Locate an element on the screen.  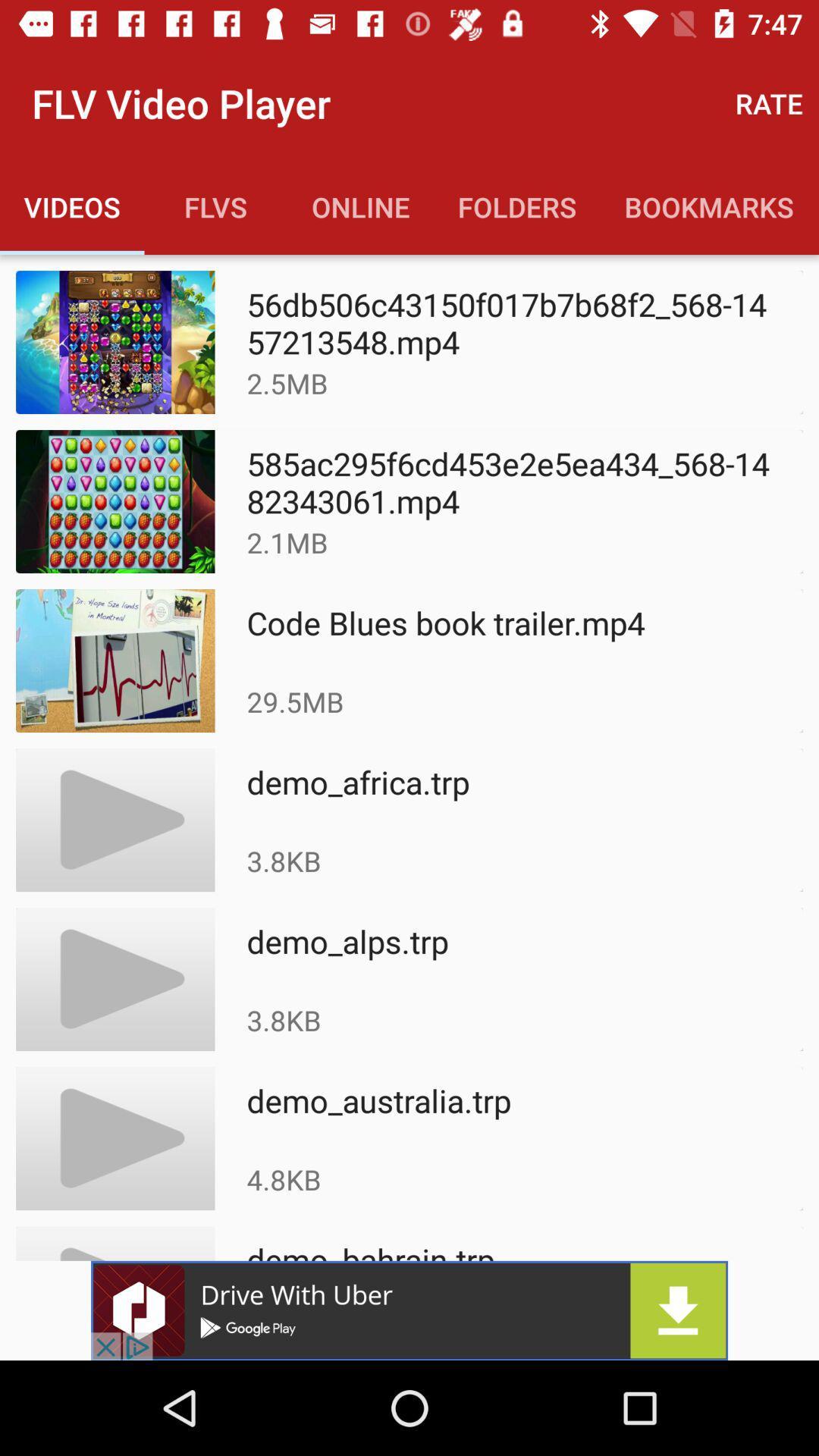
the first image is located at coordinates (115, 341).